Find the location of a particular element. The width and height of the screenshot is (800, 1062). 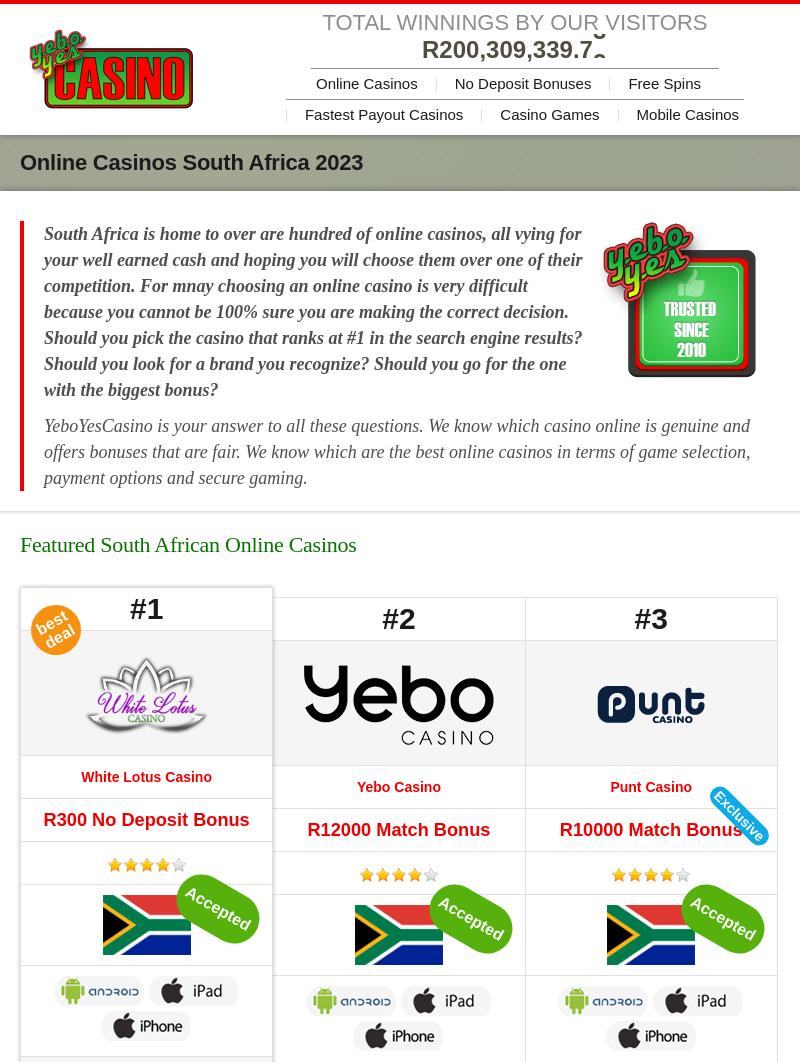

'Online Casinos' is located at coordinates (366, 82).